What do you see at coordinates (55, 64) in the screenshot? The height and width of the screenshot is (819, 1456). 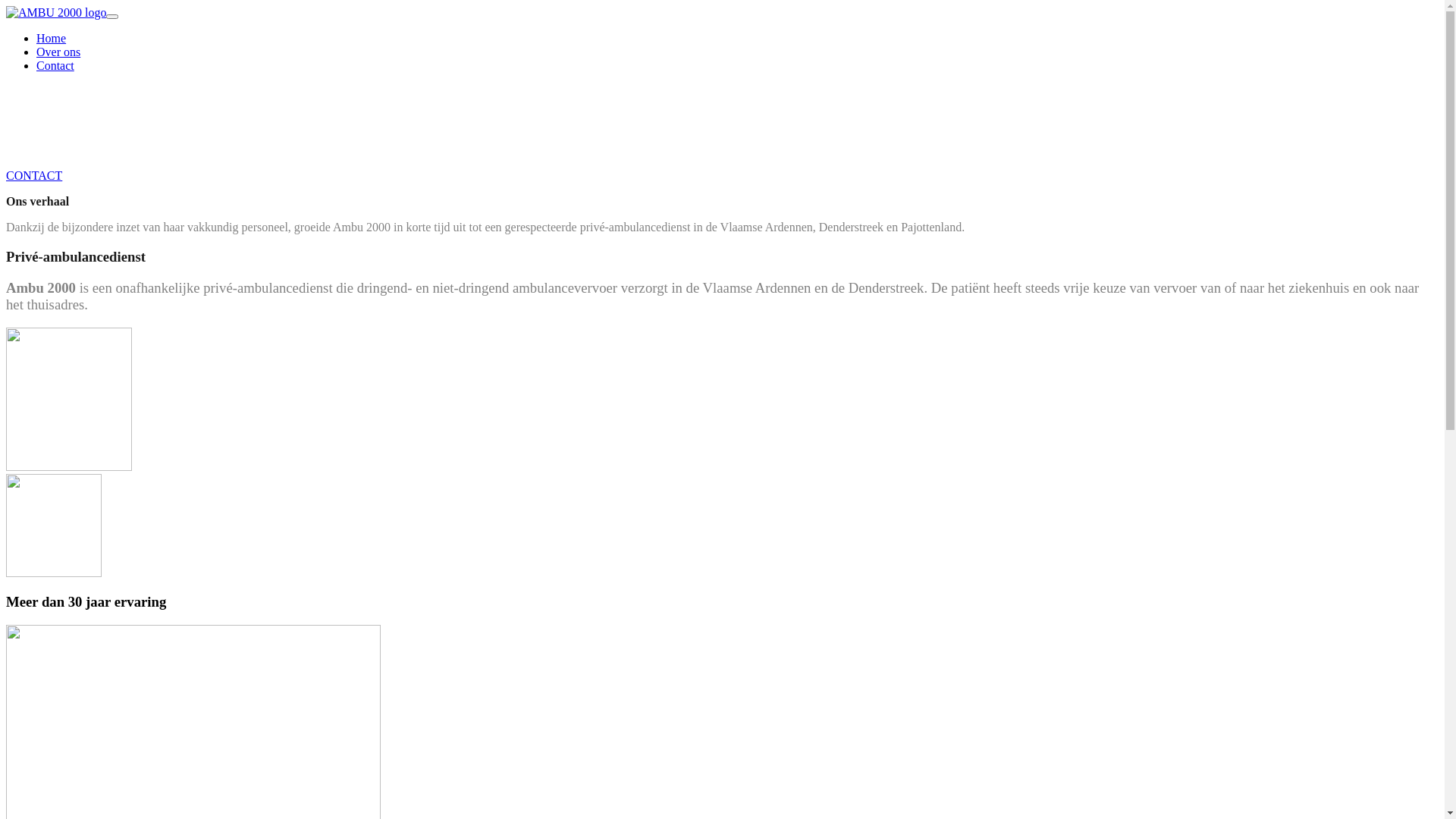 I see `'Contact'` at bounding box center [55, 64].